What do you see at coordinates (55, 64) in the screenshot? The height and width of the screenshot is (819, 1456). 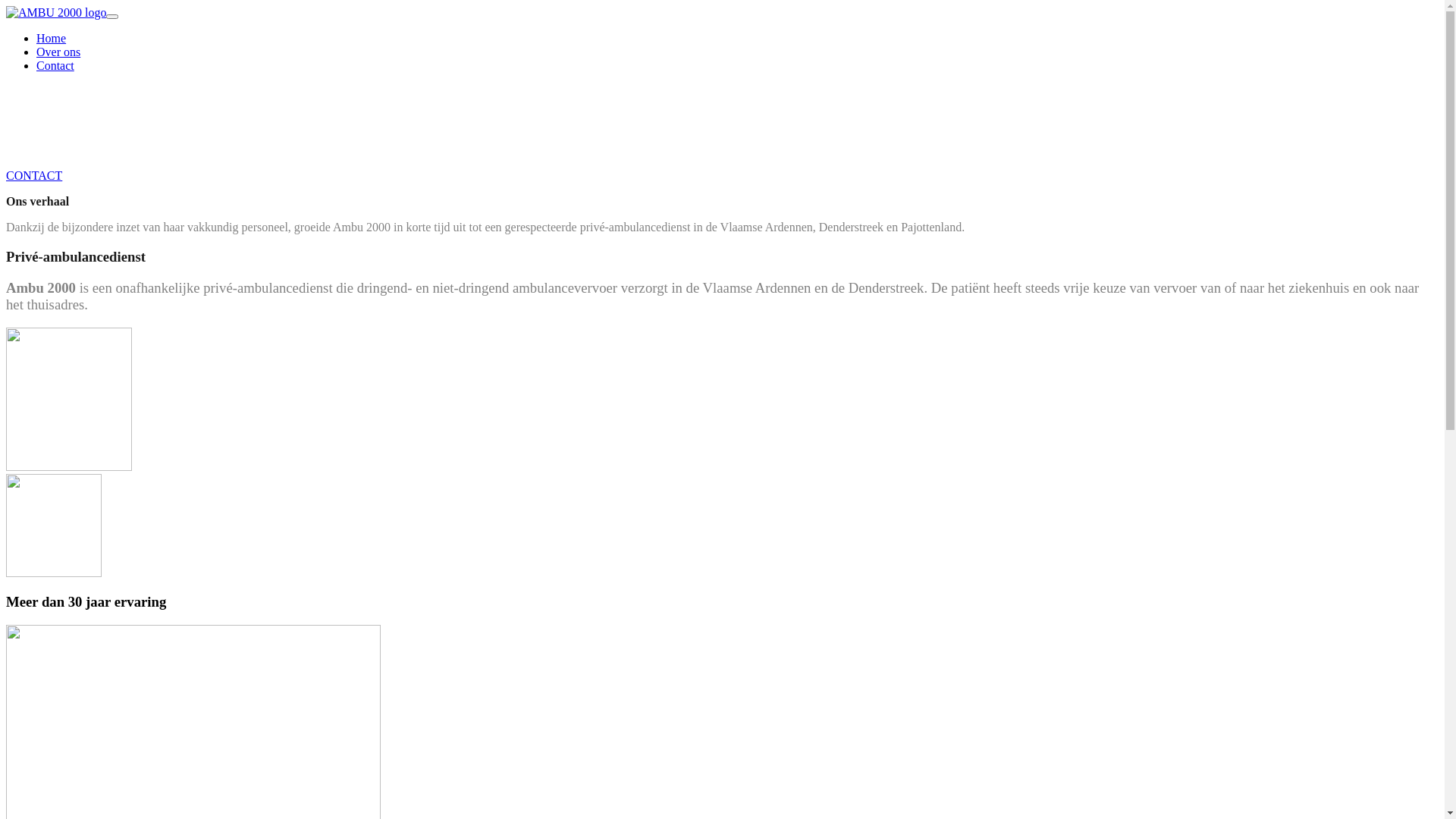 I see `'Contact'` at bounding box center [55, 64].